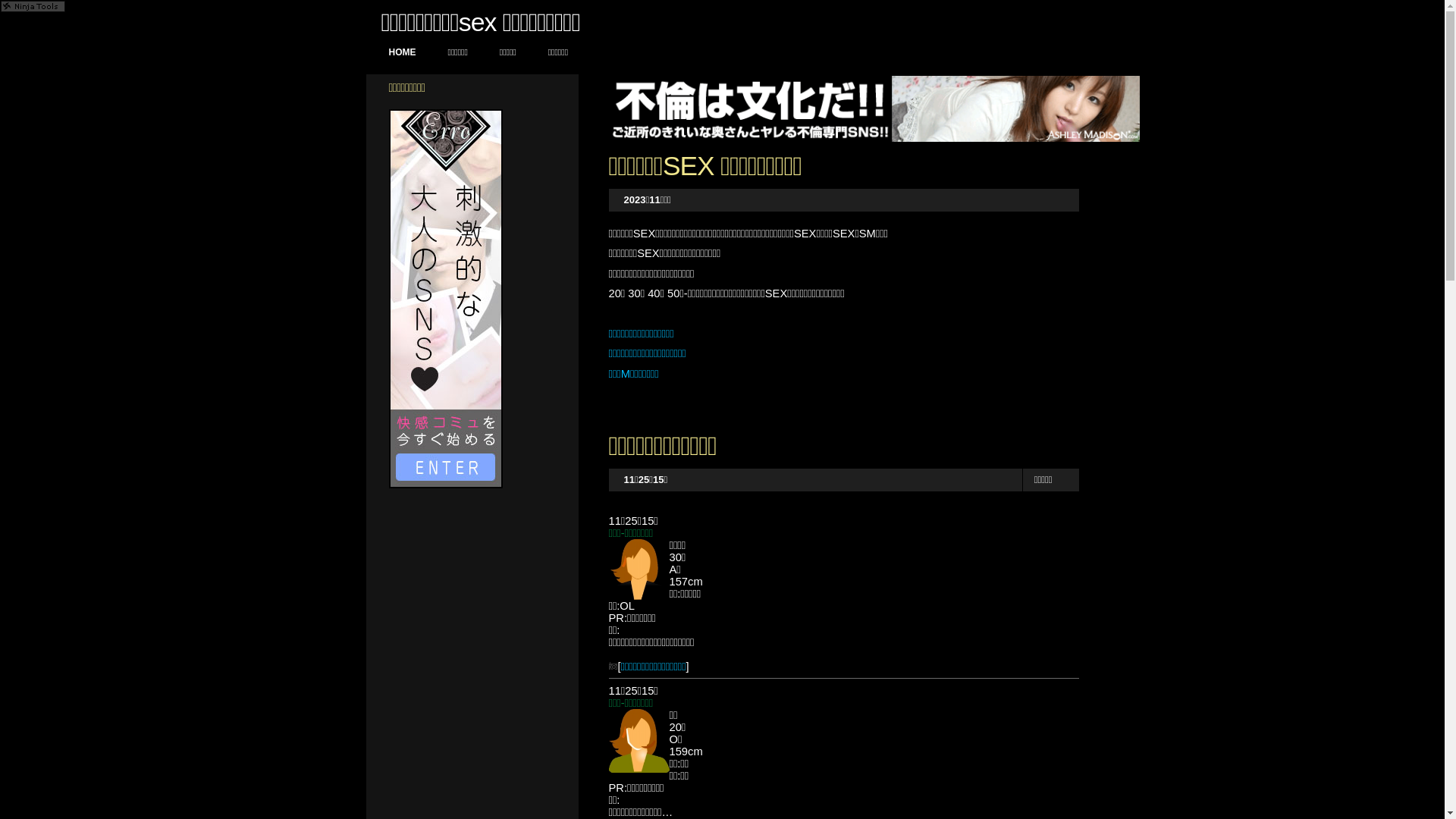 This screenshot has height=819, width=1456. I want to click on 'HOME', so click(372, 52).